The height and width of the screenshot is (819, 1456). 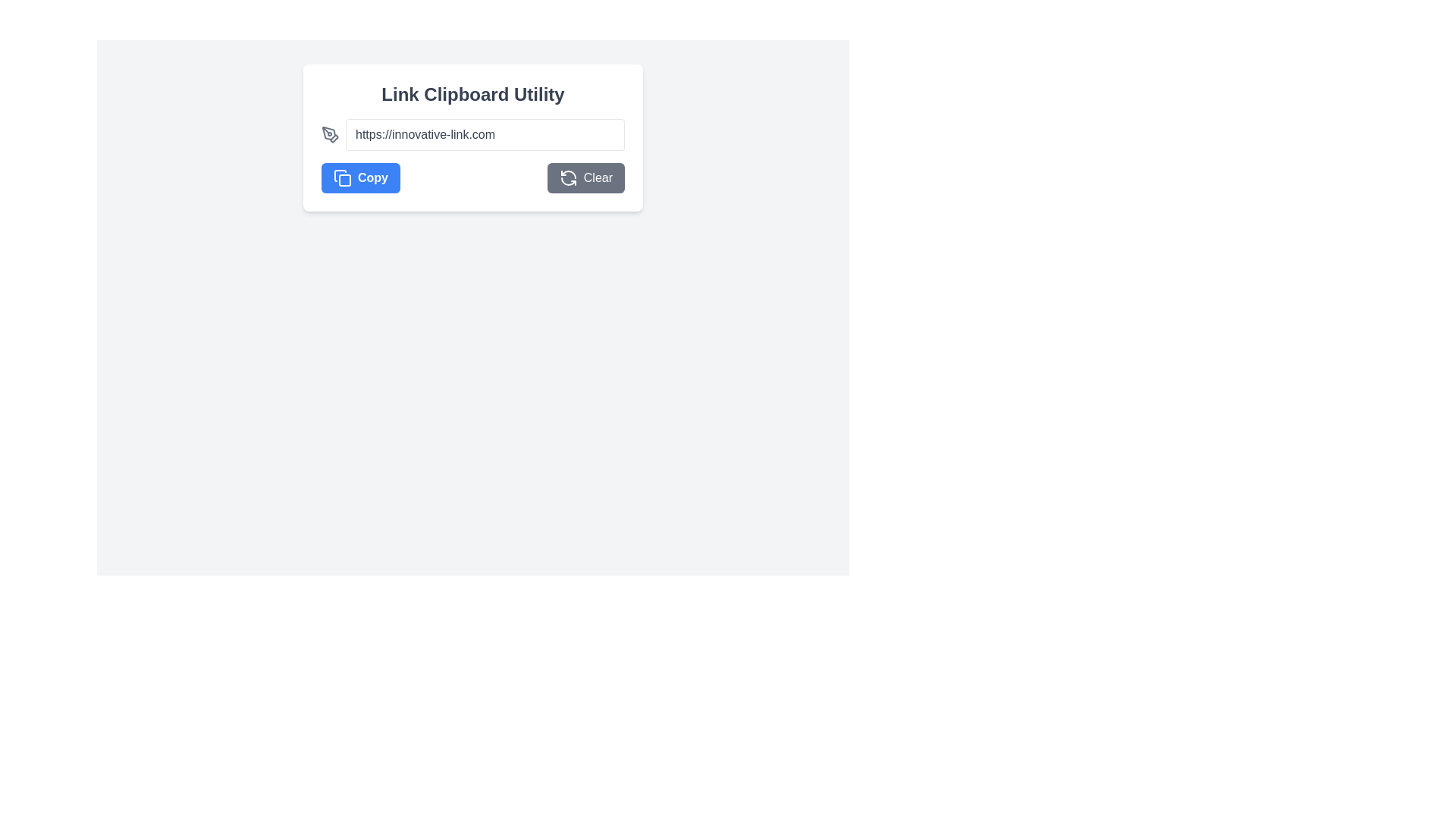 I want to click on the pen or drawing tool icon, which is a grayish outlined graphic located at the top left of the input field within the 'Link Clipboard Utility' card interface, so click(x=328, y=133).